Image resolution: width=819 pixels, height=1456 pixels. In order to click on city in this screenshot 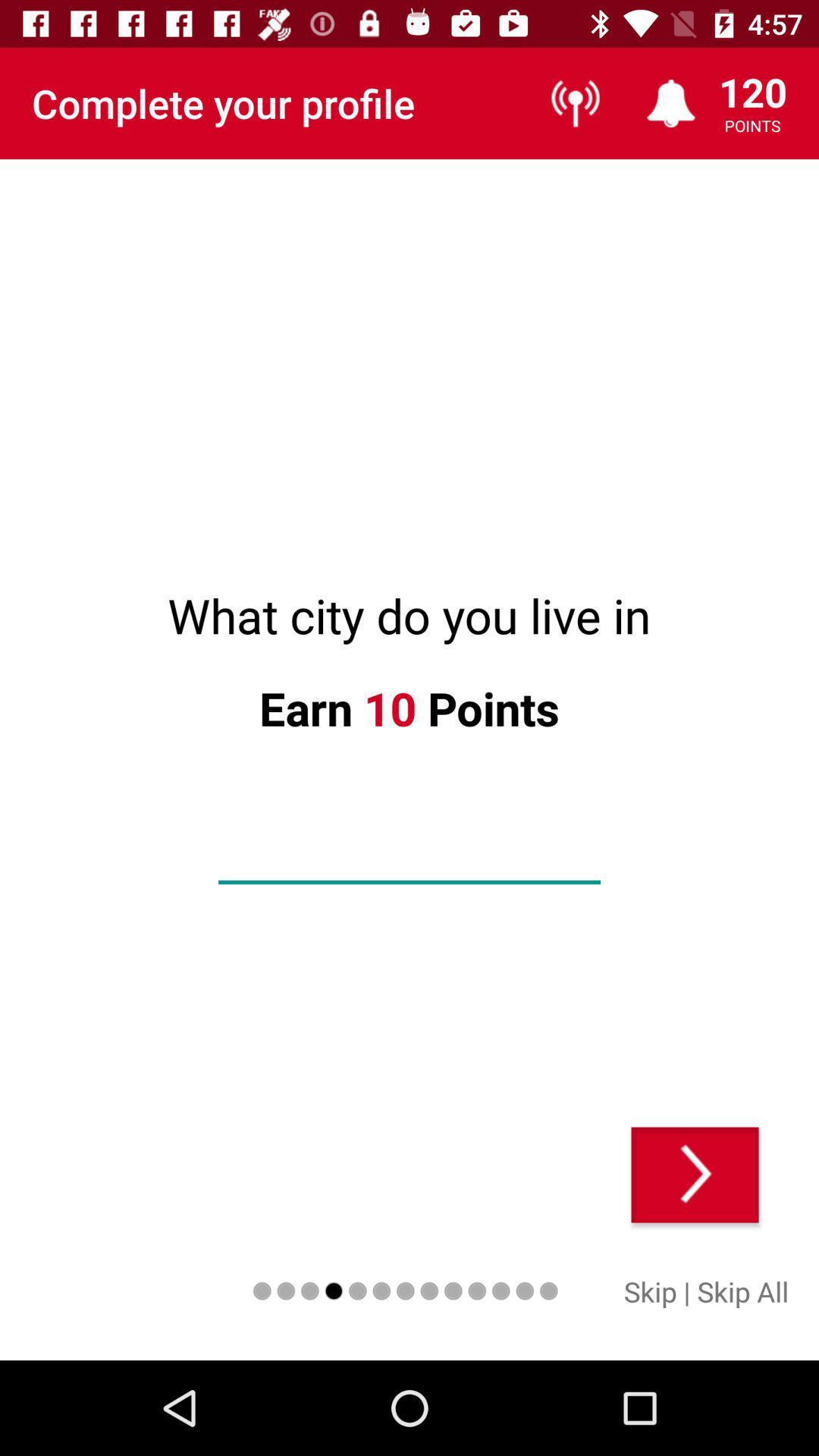, I will do `click(409, 858)`.